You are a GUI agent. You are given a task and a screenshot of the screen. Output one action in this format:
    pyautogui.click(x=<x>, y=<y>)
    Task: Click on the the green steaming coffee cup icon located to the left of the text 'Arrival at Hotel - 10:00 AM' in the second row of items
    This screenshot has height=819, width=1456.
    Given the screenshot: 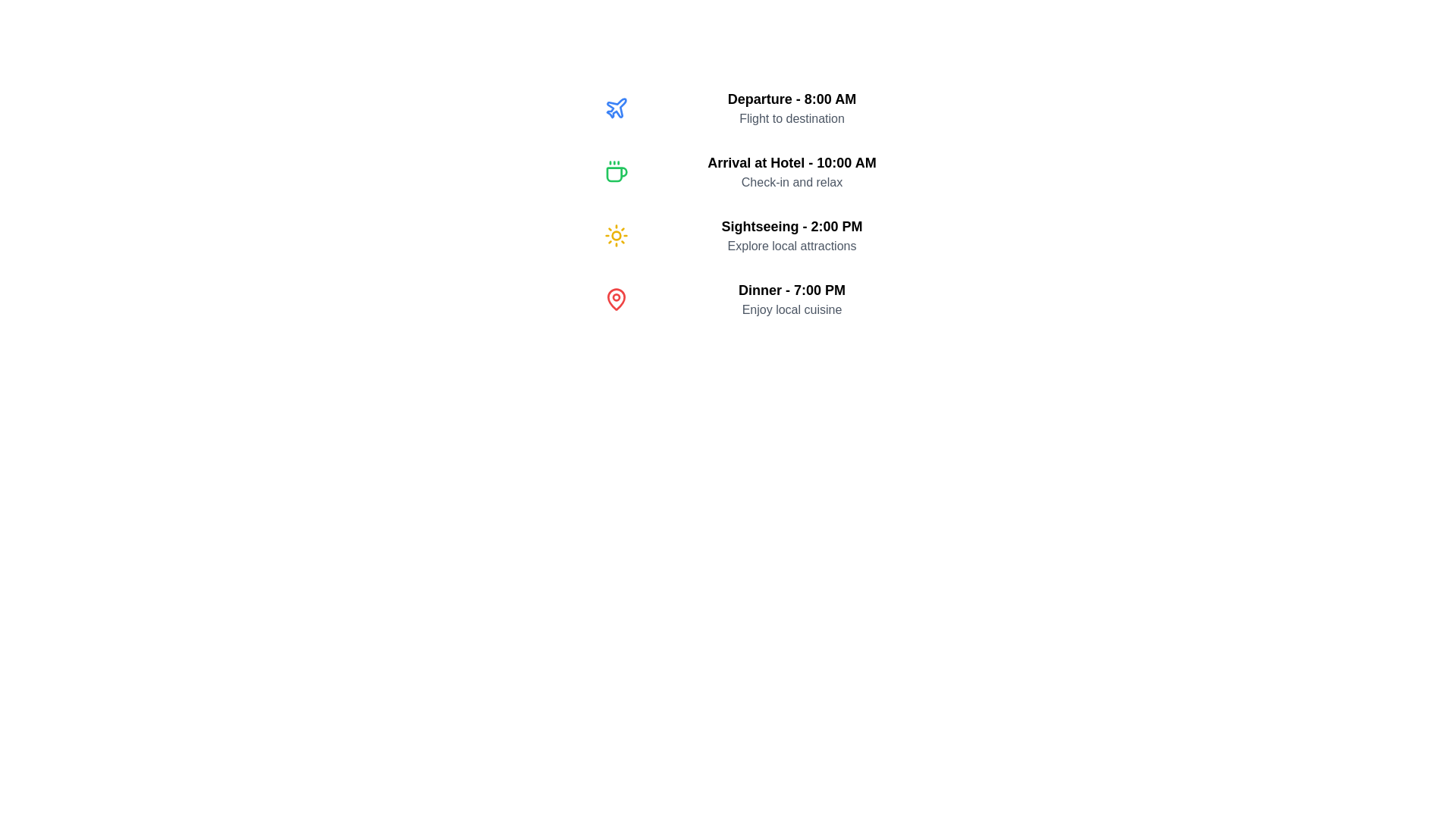 What is the action you would take?
    pyautogui.click(x=616, y=171)
    